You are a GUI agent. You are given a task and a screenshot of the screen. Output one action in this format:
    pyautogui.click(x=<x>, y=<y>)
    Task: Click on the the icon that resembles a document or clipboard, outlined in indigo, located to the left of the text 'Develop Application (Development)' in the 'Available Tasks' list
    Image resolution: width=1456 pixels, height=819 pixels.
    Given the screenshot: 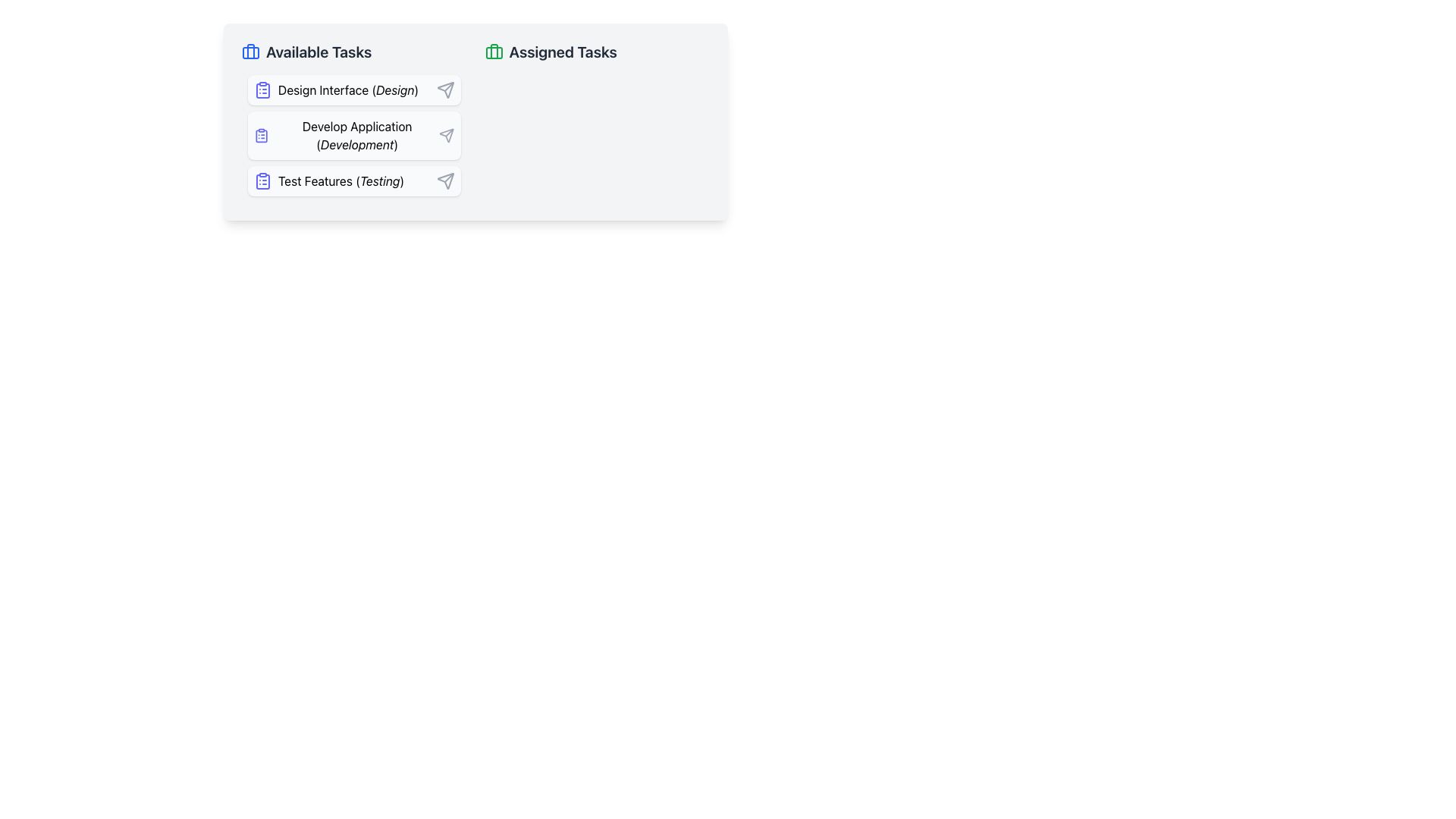 What is the action you would take?
    pyautogui.click(x=262, y=134)
    